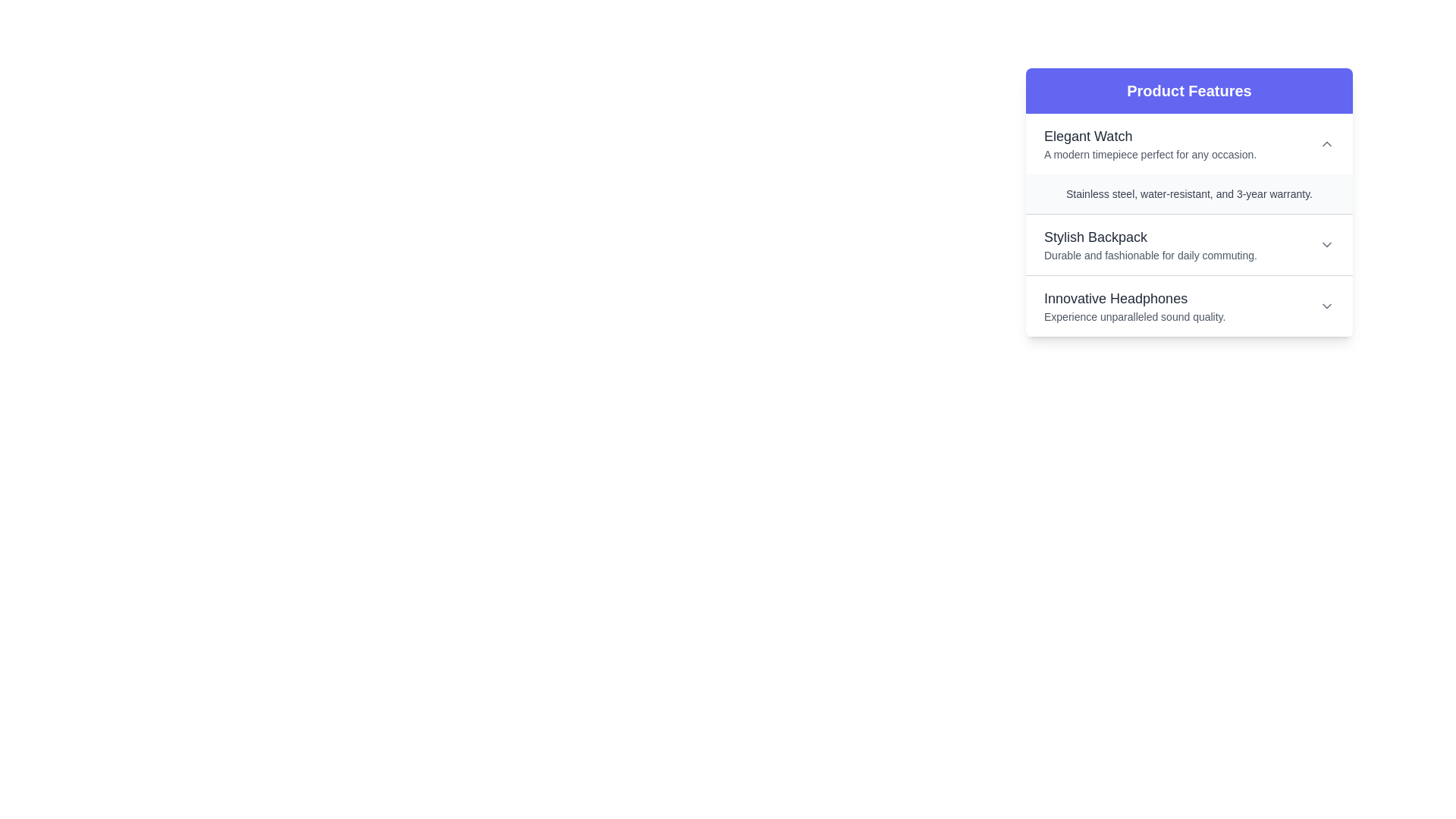 The width and height of the screenshot is (1456, 819). What do you see at coordinates (1134, 315) in the screenshot?
I see `the static text that reads 'Experience unparalleled sound quality.' located under the section titled 'Innovative Headphones.'` at bounding box center [1134, 315].